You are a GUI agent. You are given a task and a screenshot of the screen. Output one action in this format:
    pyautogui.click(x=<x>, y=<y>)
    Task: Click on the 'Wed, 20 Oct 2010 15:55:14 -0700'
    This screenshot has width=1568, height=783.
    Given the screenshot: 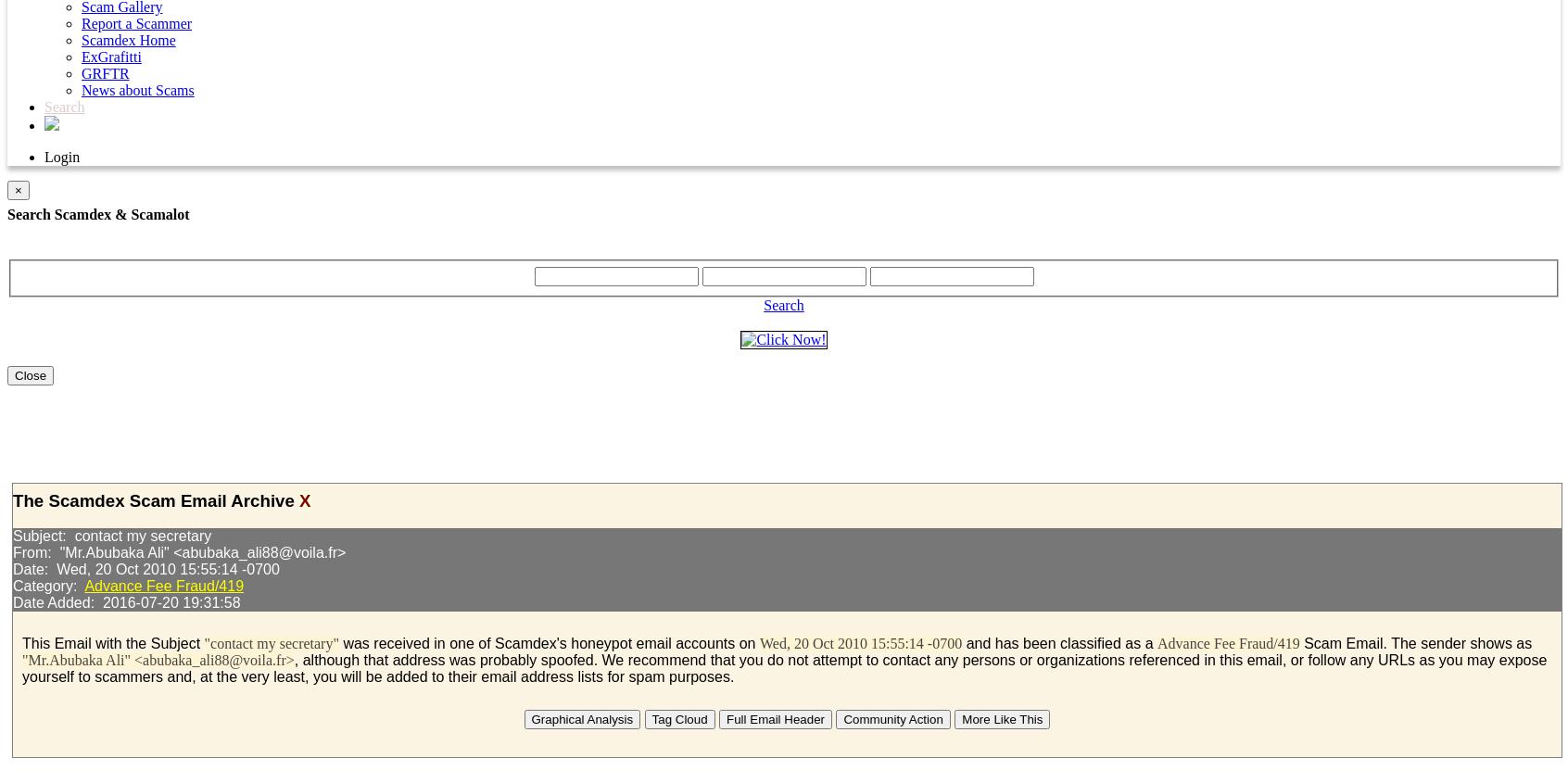 What is the action you would take?
    pyautogui.click(x=860, y=642)
    